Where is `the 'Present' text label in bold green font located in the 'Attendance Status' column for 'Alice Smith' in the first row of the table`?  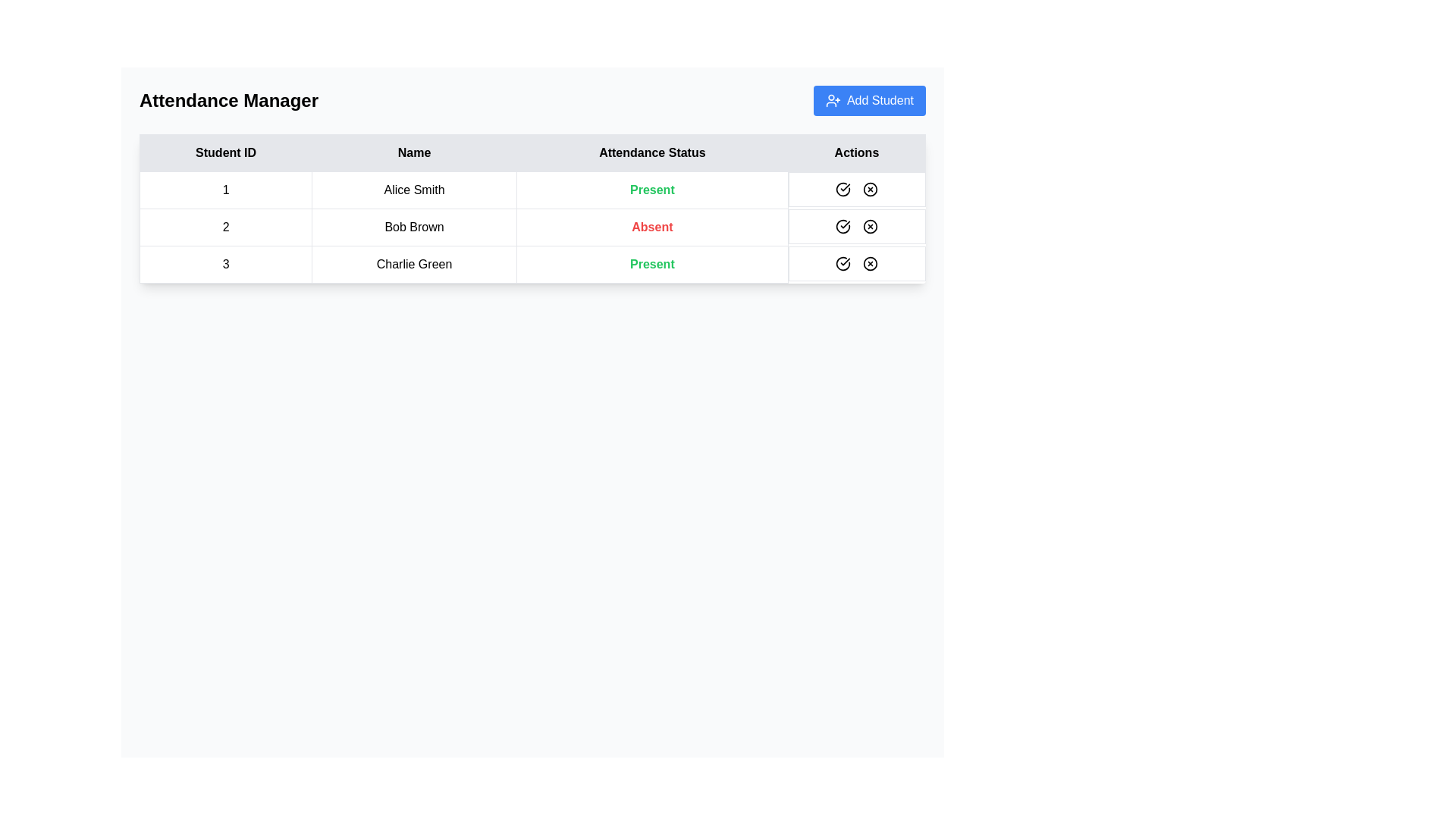 the 'Present' text label in bold green font located in the 'Attendance Status' column for 'Alice Smith' in the first row of the table is located at coordinates (652, 189).